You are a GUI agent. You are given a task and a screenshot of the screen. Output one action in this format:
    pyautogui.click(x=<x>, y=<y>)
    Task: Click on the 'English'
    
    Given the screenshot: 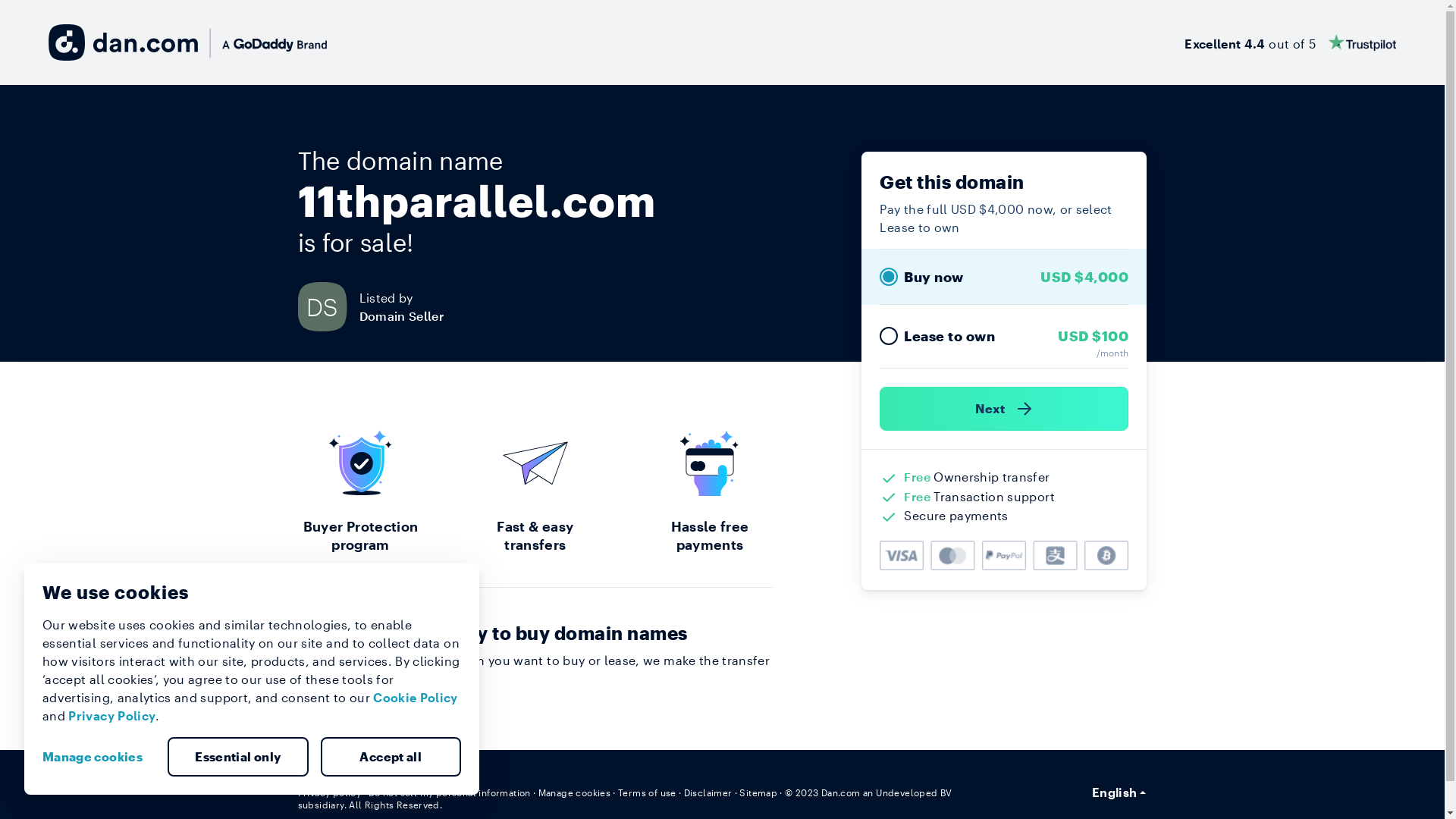 What is the action you would take?
    pyautogui.click(x=1119, y=792)
    